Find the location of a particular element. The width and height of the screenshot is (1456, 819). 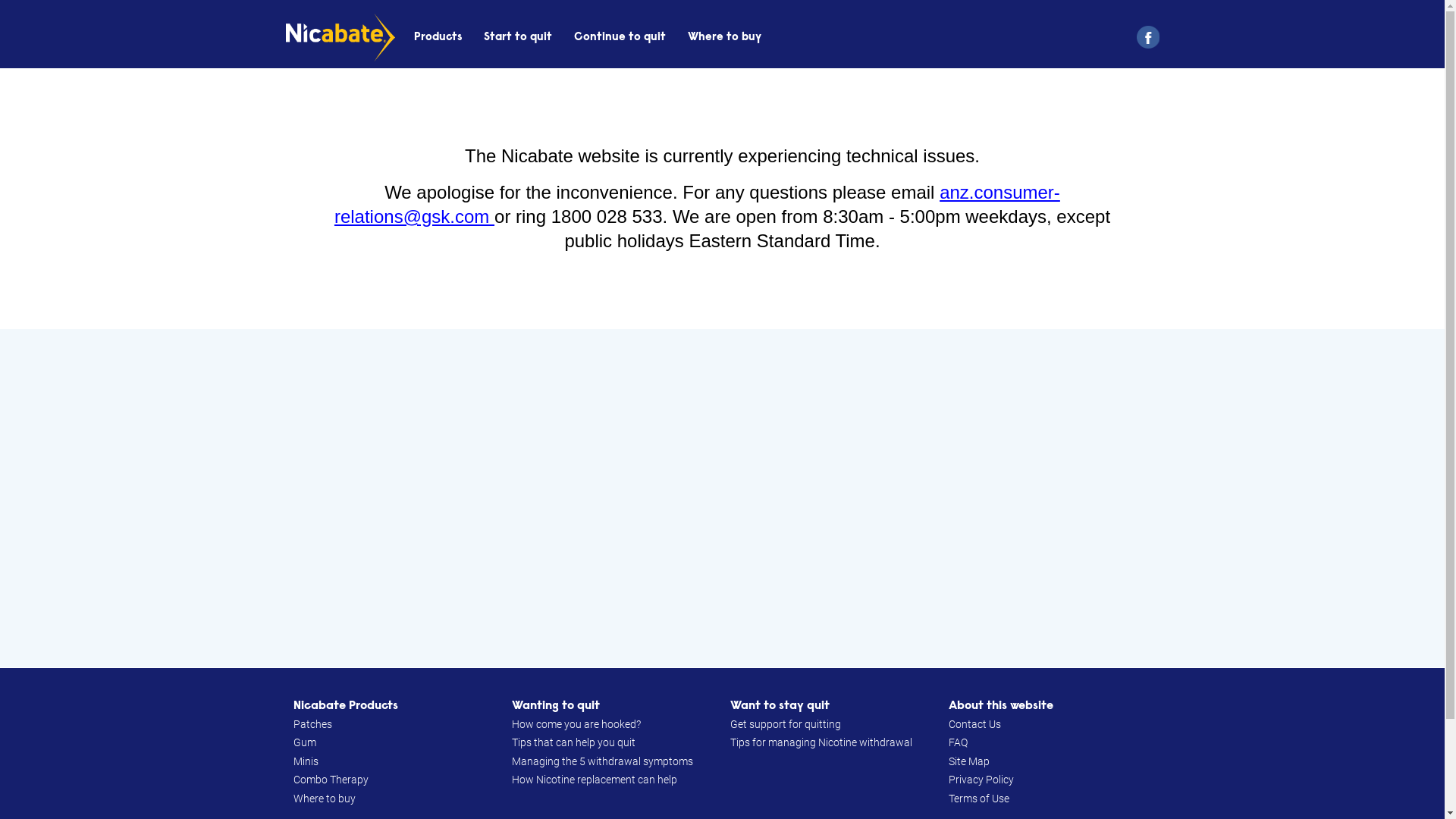

'Get support for quitting' is located at coordinates (729, 723).